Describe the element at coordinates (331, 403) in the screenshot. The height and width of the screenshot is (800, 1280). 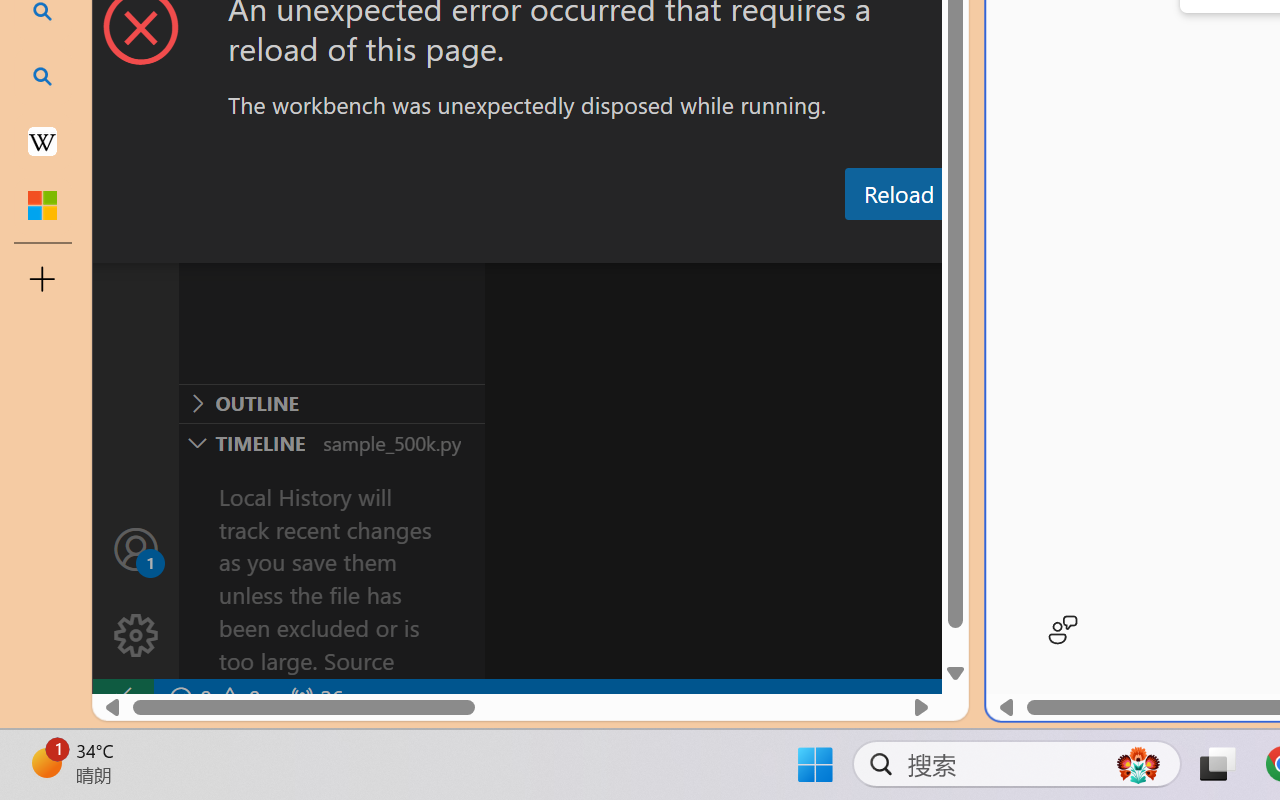
I see `'Outline Section'` at that location.